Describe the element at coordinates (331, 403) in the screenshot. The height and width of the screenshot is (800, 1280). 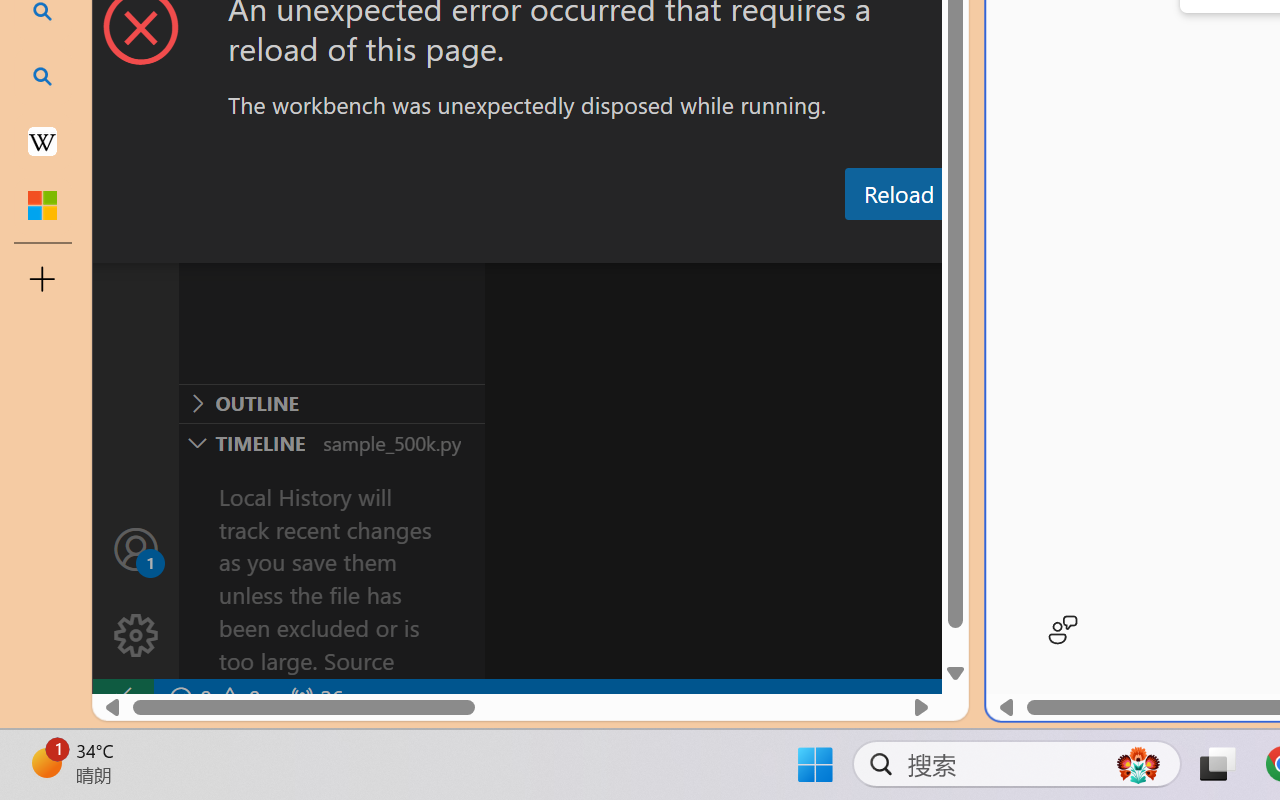
I see `'Outline Section'` at that location.